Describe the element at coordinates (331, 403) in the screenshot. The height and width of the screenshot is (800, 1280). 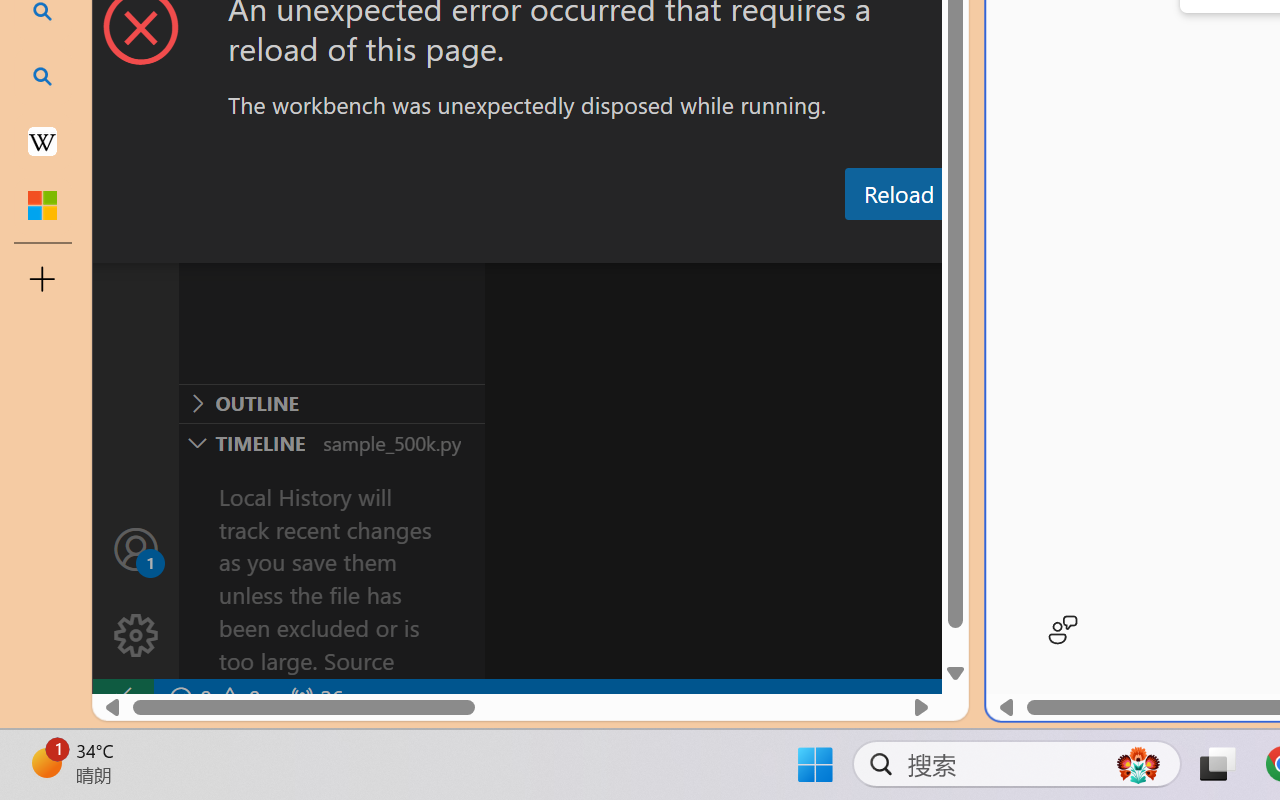
I see `'Outline Section'` at that location.